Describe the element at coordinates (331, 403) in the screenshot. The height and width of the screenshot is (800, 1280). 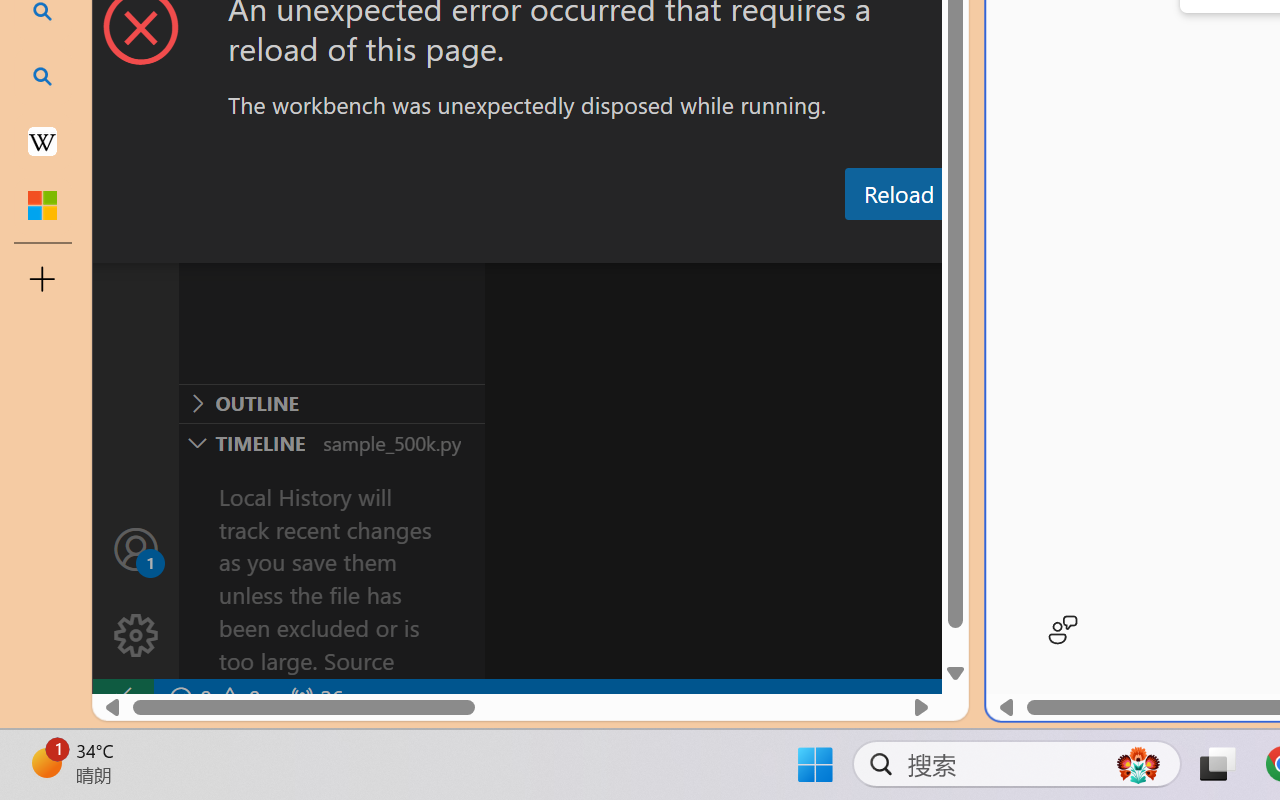
I see `'Outline Section'` at that location.